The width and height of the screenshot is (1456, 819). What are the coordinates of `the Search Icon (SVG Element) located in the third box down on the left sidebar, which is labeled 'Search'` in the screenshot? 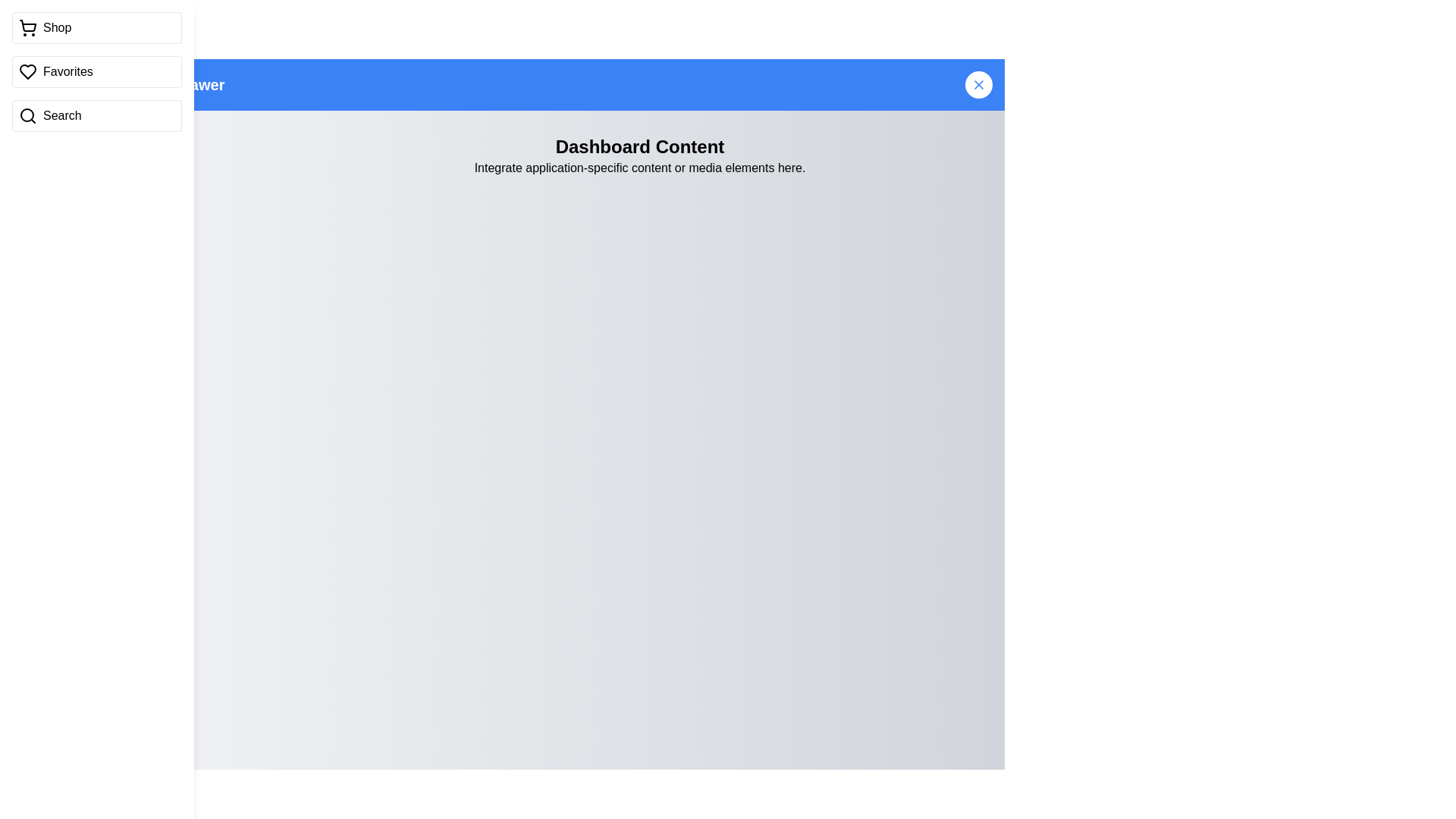 It's located at (28, 115).